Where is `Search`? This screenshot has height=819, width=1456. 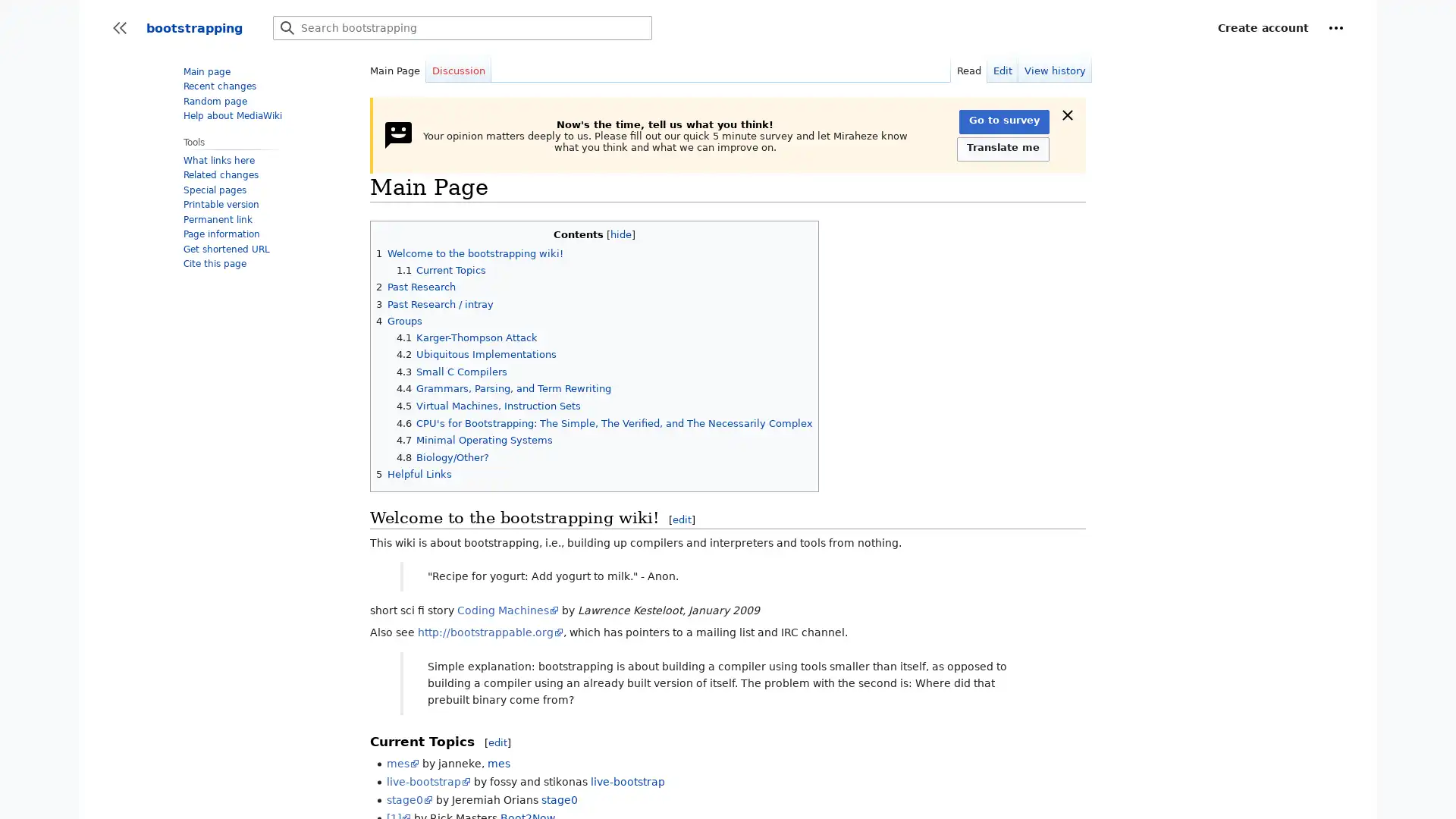 Search is located at coordinates (287, 28).